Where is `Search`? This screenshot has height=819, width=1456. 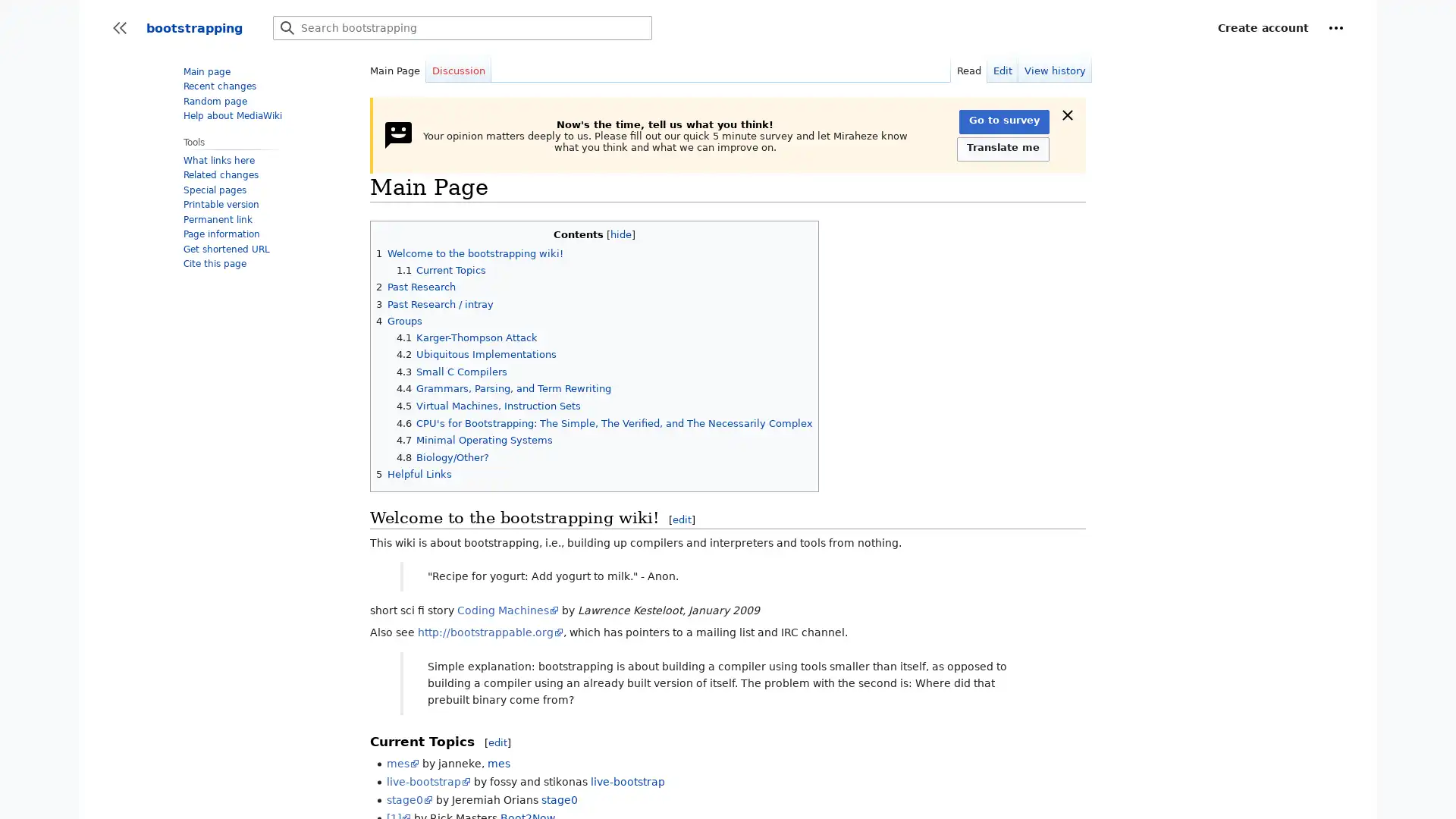 Search is located at coordinates (287, 28).